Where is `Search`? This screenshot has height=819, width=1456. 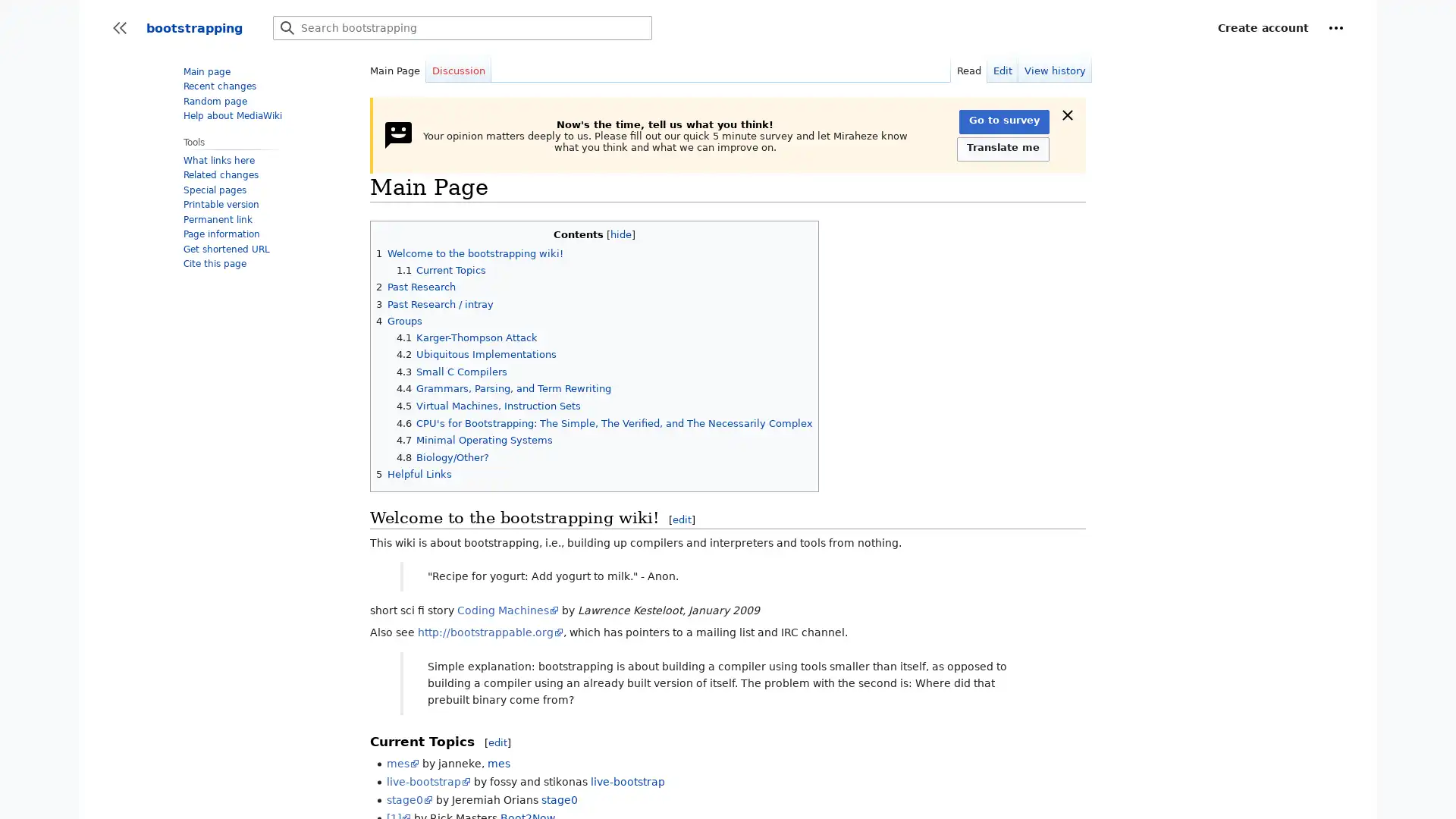 Search is located at coordinates (287, 28).